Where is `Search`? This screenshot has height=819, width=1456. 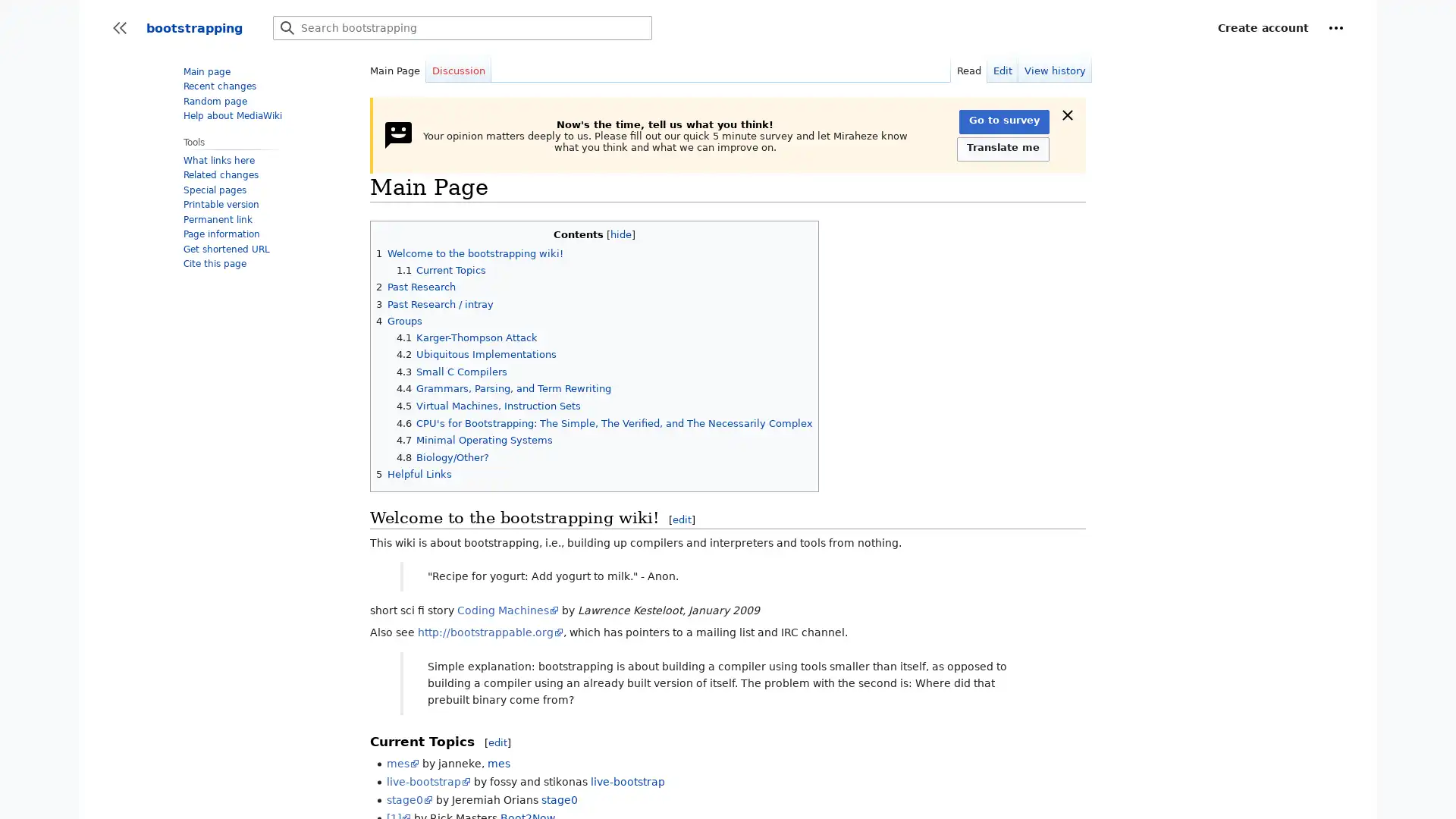 Search is located at coordinates (287, 28).